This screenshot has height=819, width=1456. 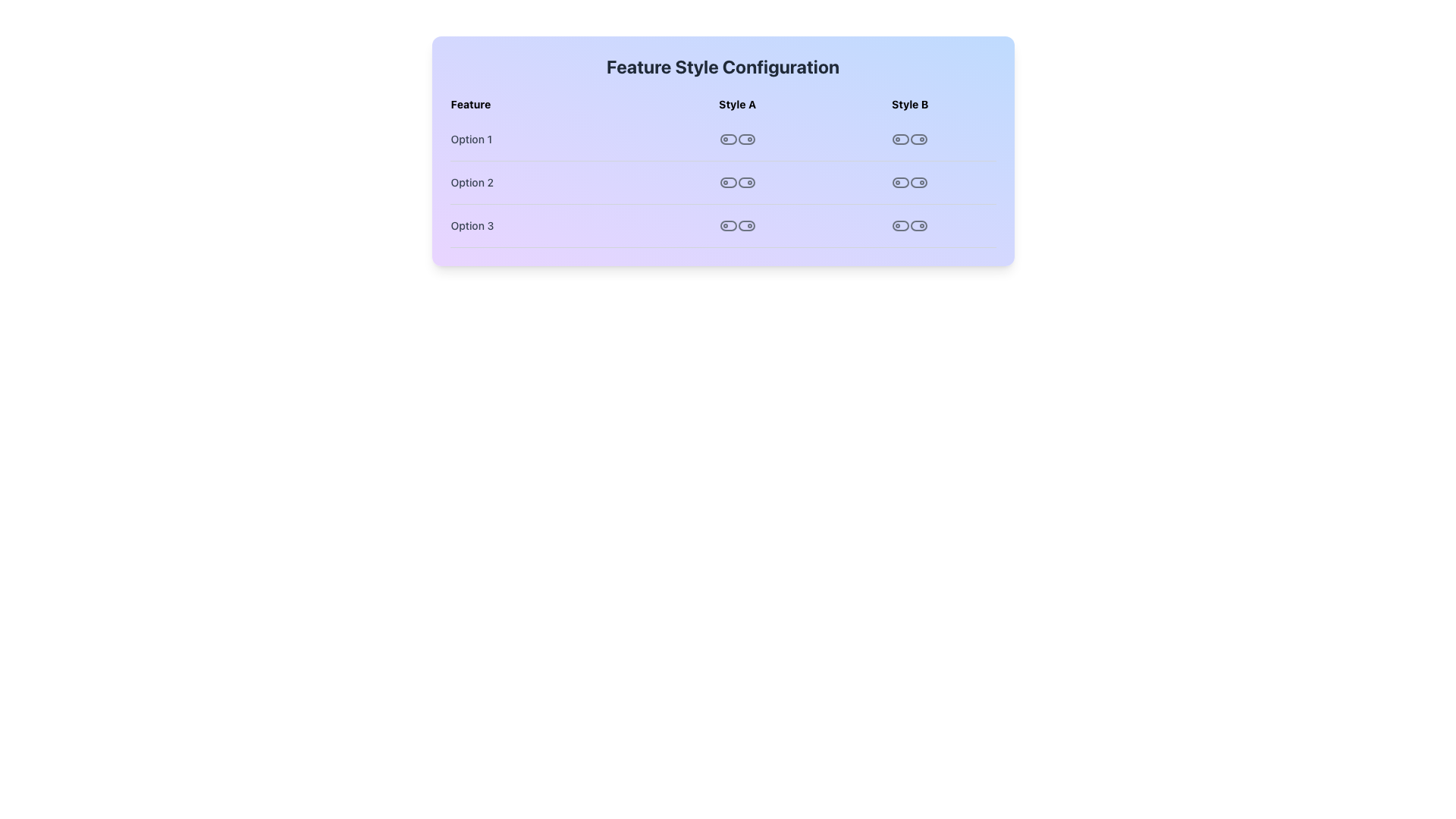 What do you see at coordinates (722, 225) in the screenshot?
I see `the toggle switches in the row labeled 'Option 3' in the table` at bounding box center [722, 225].